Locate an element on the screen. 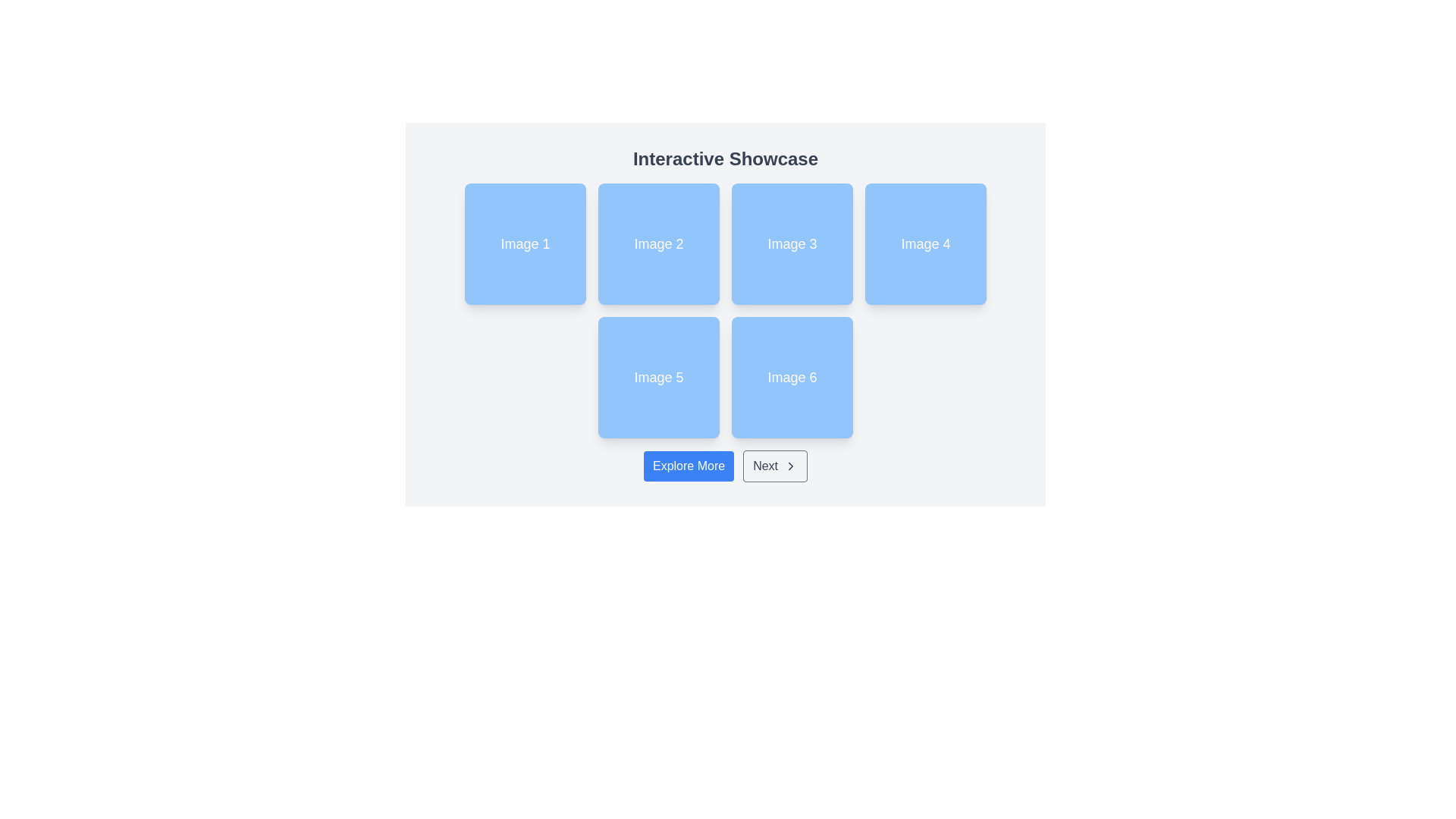 The width and height of the screenshot is (1456, 819). the alignment of the black chevron-shaped icon resembling a right arrow, which is part of the navigation control interface and located to the right of the 'Next' button is located at coordinates (789, 465).